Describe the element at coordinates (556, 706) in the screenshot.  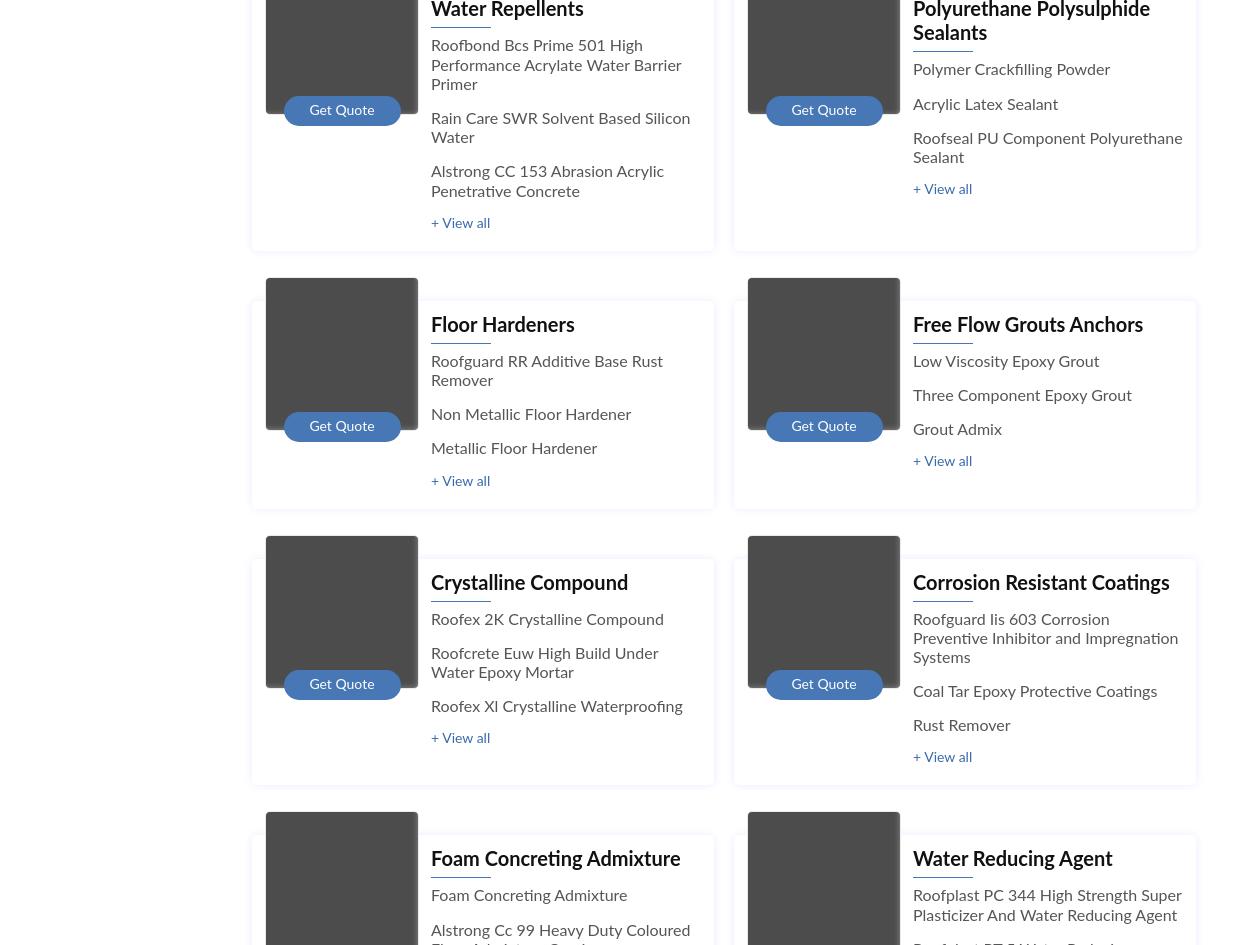
I see `'Roofex Xl Crystalline Waterproofing'` at that location.